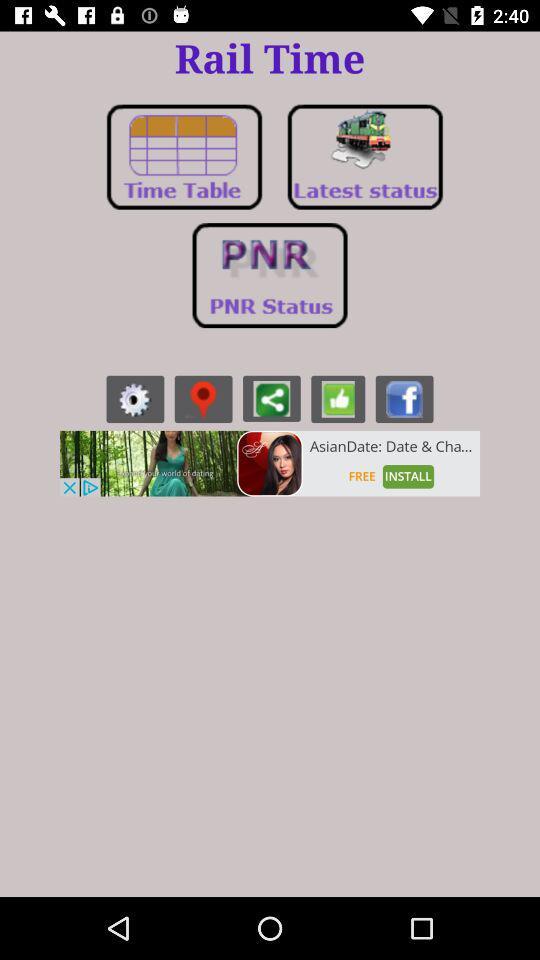 This screenshot has width=540, height=960. What do you see at coordinates (404, 398) in the screenshot?
I see `the facebook icon` at bounding box center [404, 398].